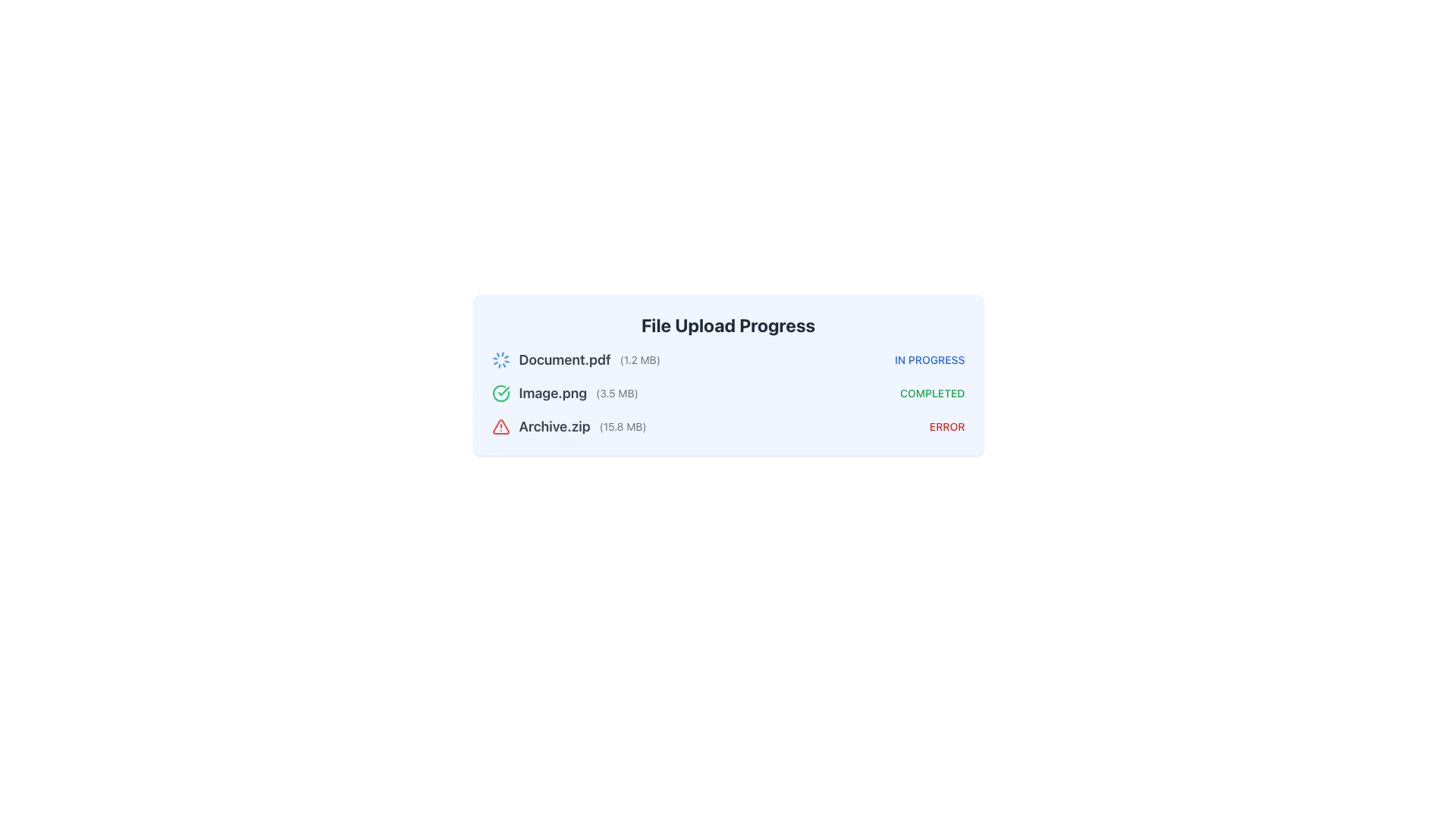 The width and height of the screenshot is (1456, 819). I want to click on the circular green icon with a checkmark symbol that indicates a successful action, positioned to the left of the file name 'Image.png', so click(500, 393).